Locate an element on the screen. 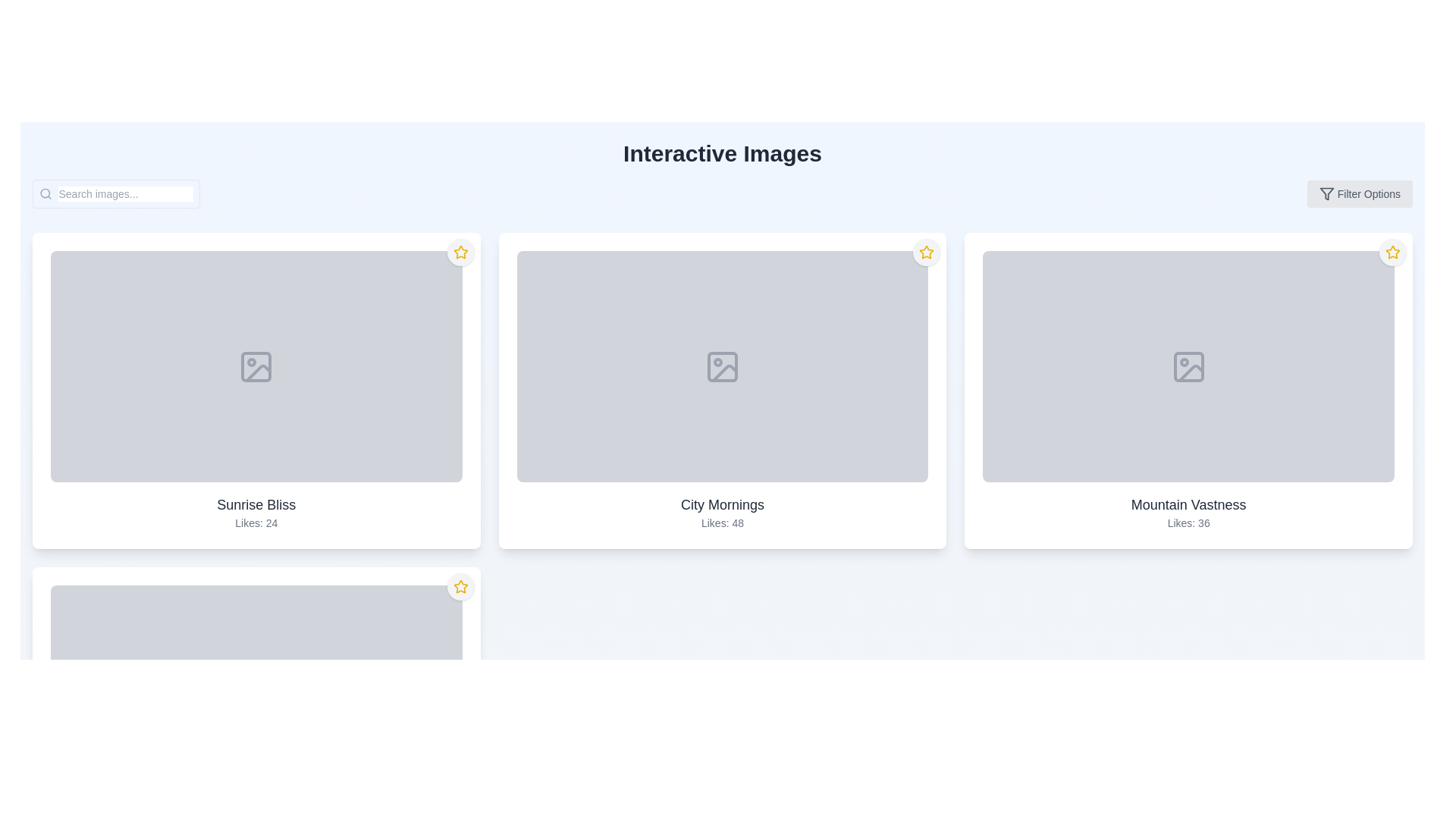 The image size is (1456, 819). the circular part of the search magnifier icon, which serves as a decorative element for the adjacent input field is located at coordinates (45, 193).